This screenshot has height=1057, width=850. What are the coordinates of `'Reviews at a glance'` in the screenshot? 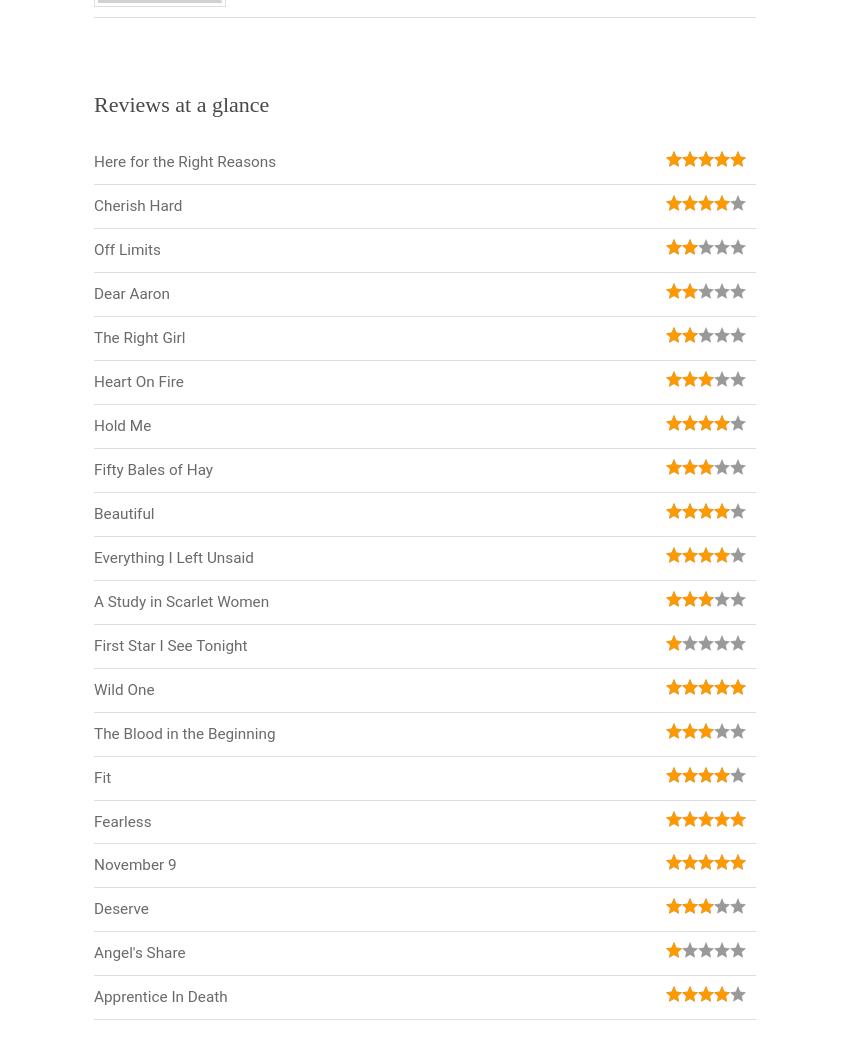 It's located at (180, 103).